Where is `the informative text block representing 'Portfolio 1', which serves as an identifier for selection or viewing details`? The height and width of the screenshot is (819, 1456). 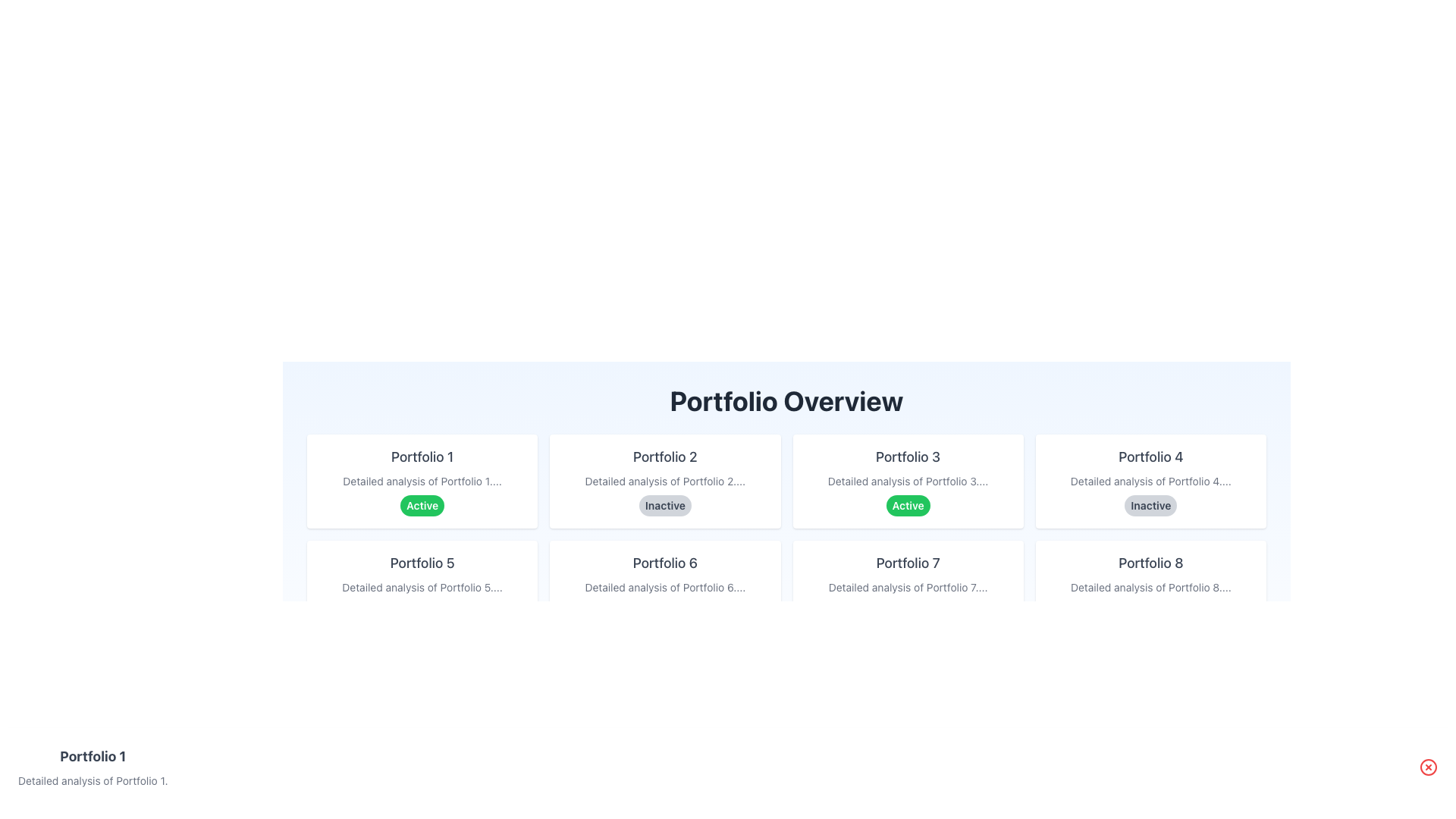
the informative text block representing 'Portfolio 1', which serves as an identifier for selection or viewing details is located at coordinates (92, 767).